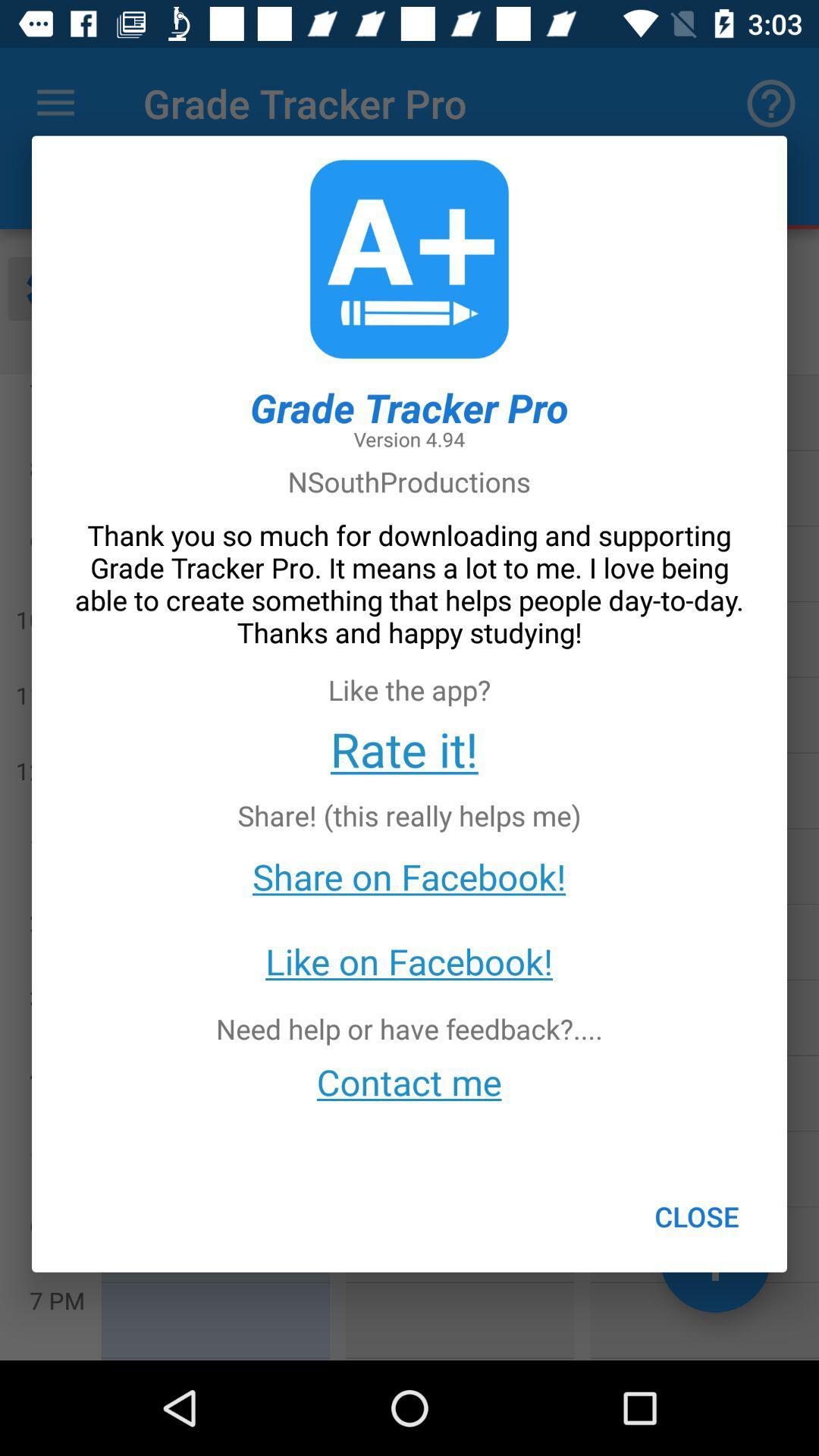  I want to click on the icon below thank you so, so click(403, 748).